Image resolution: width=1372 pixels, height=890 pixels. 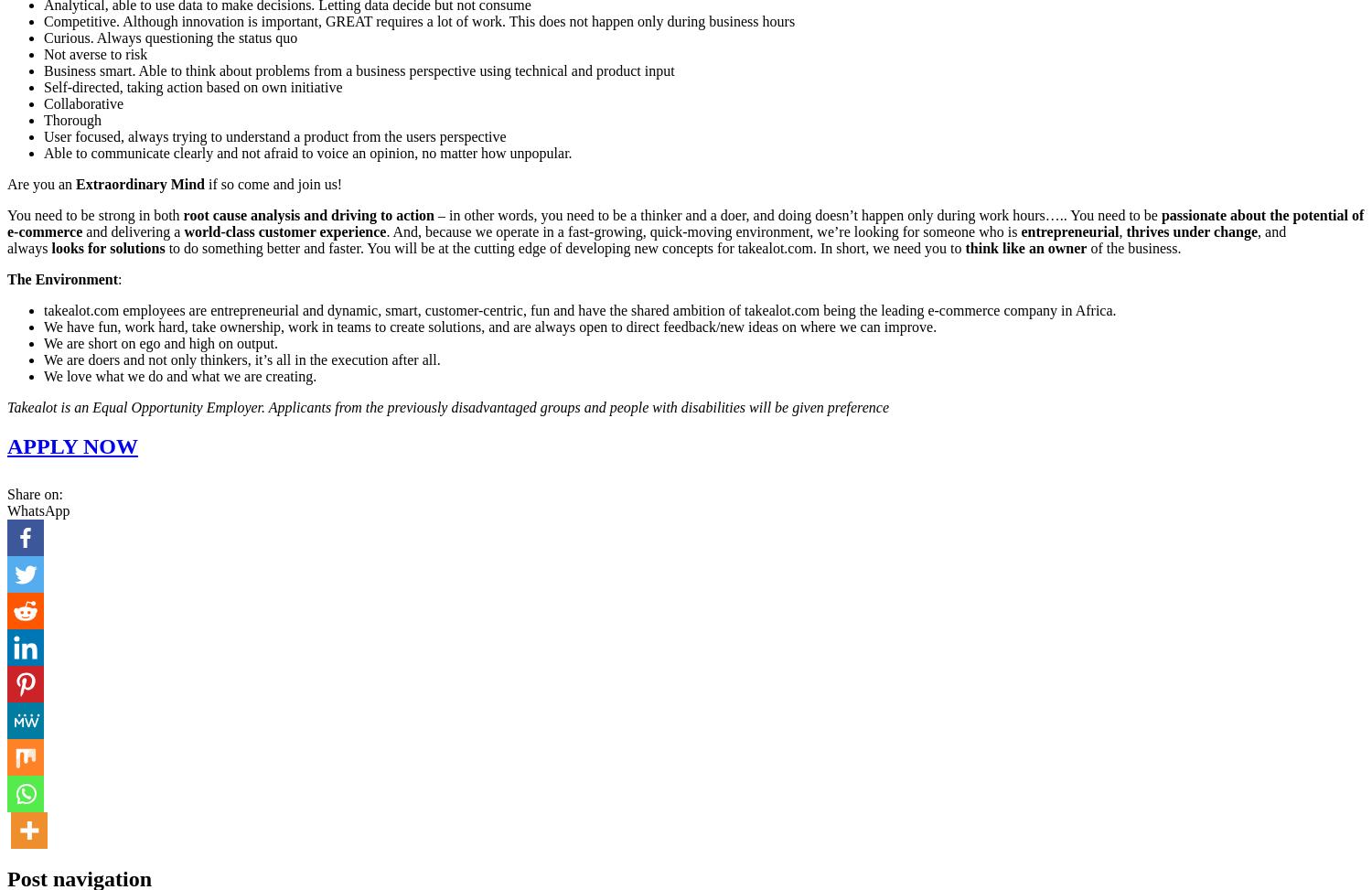 What do you see at coordinates (359, 70) in the screenshot?
I see `'Business smart. Able to think about problems from a business perspective using technical and product input'` at bounding box center [359, 70].